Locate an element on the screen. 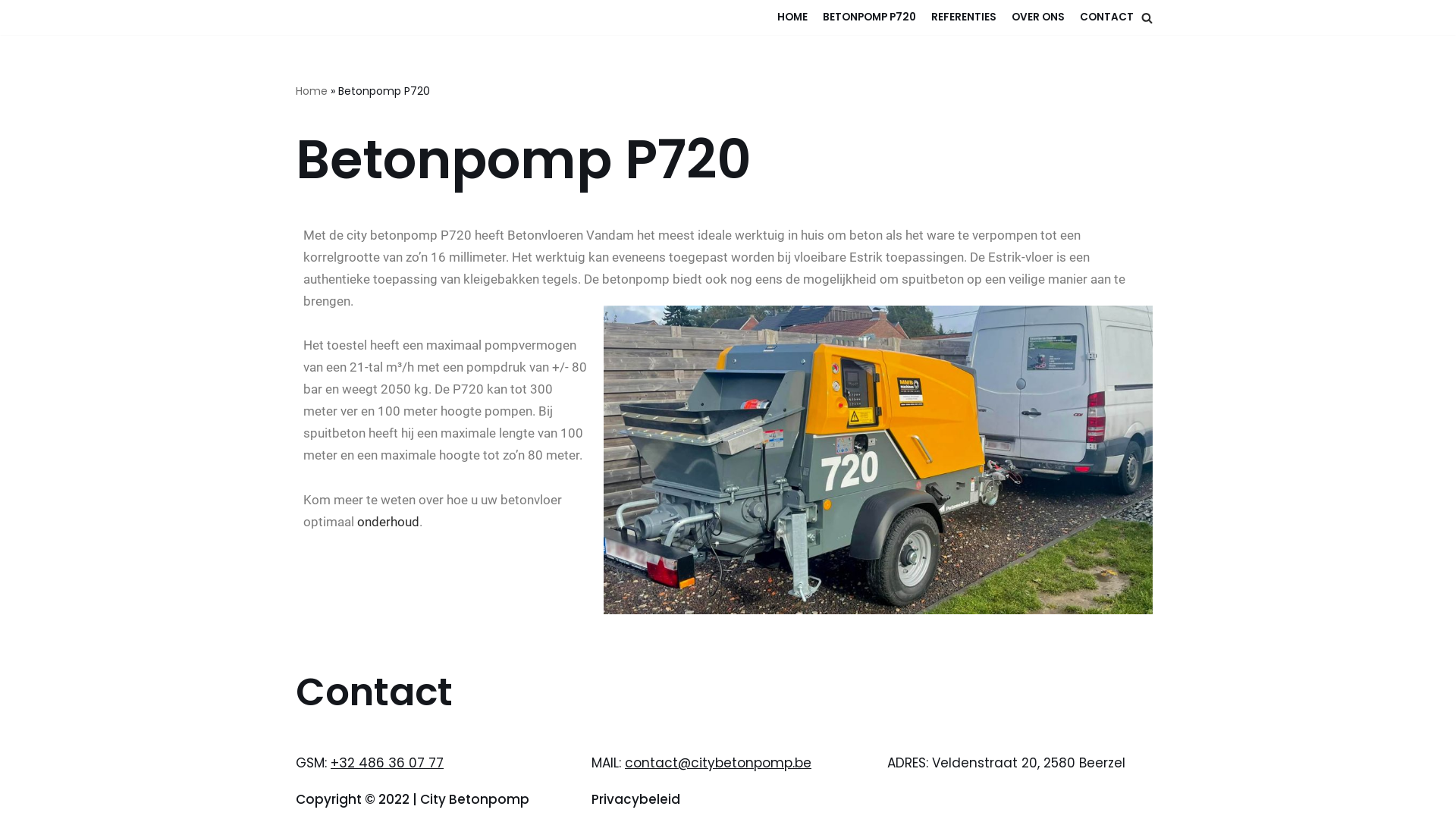 The width and height of the screenshot is (1456, 819). 'OVER ONS' is located at coordinates (1037, 17).